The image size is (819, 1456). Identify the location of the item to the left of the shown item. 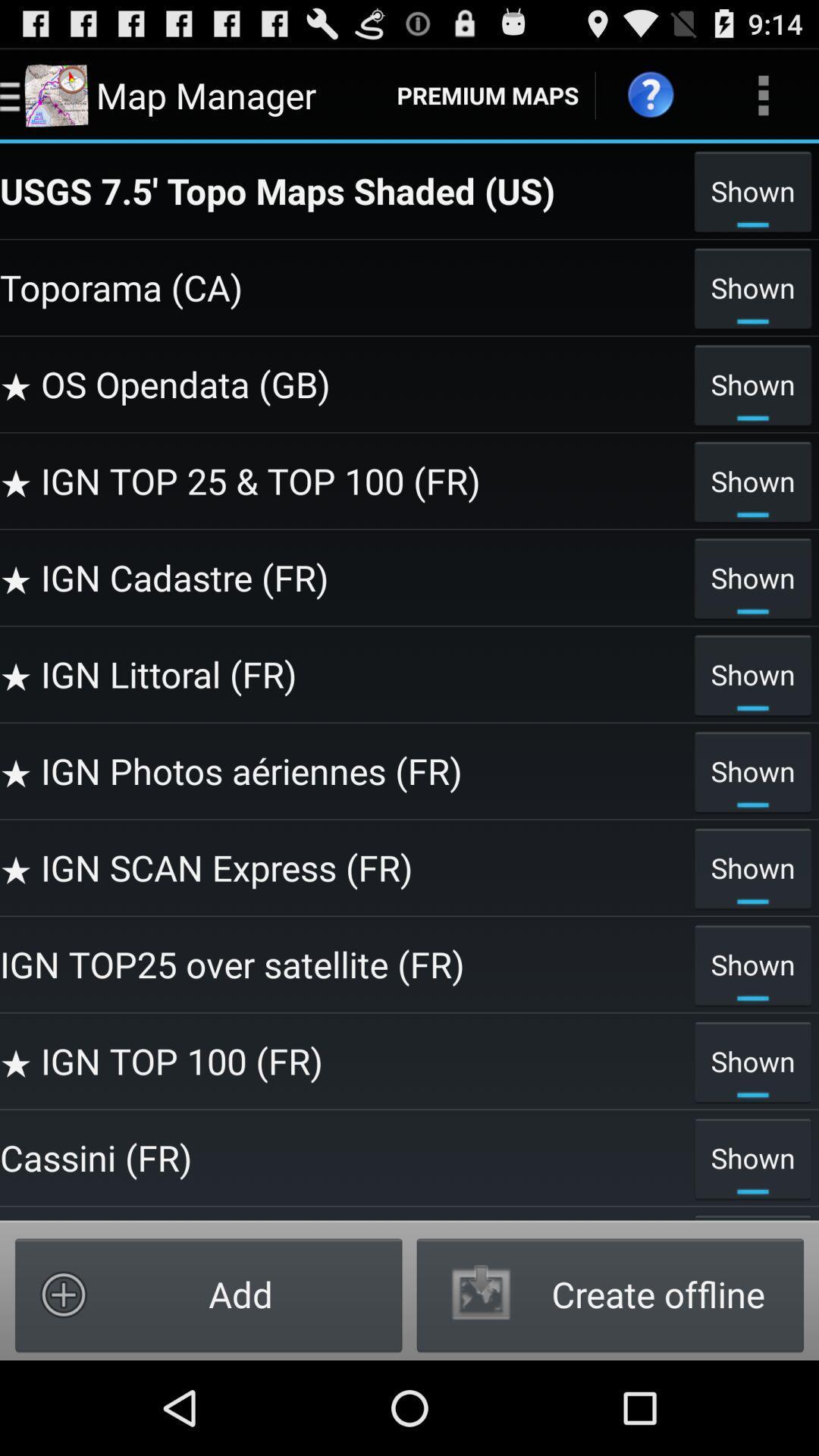
(343, 1156).